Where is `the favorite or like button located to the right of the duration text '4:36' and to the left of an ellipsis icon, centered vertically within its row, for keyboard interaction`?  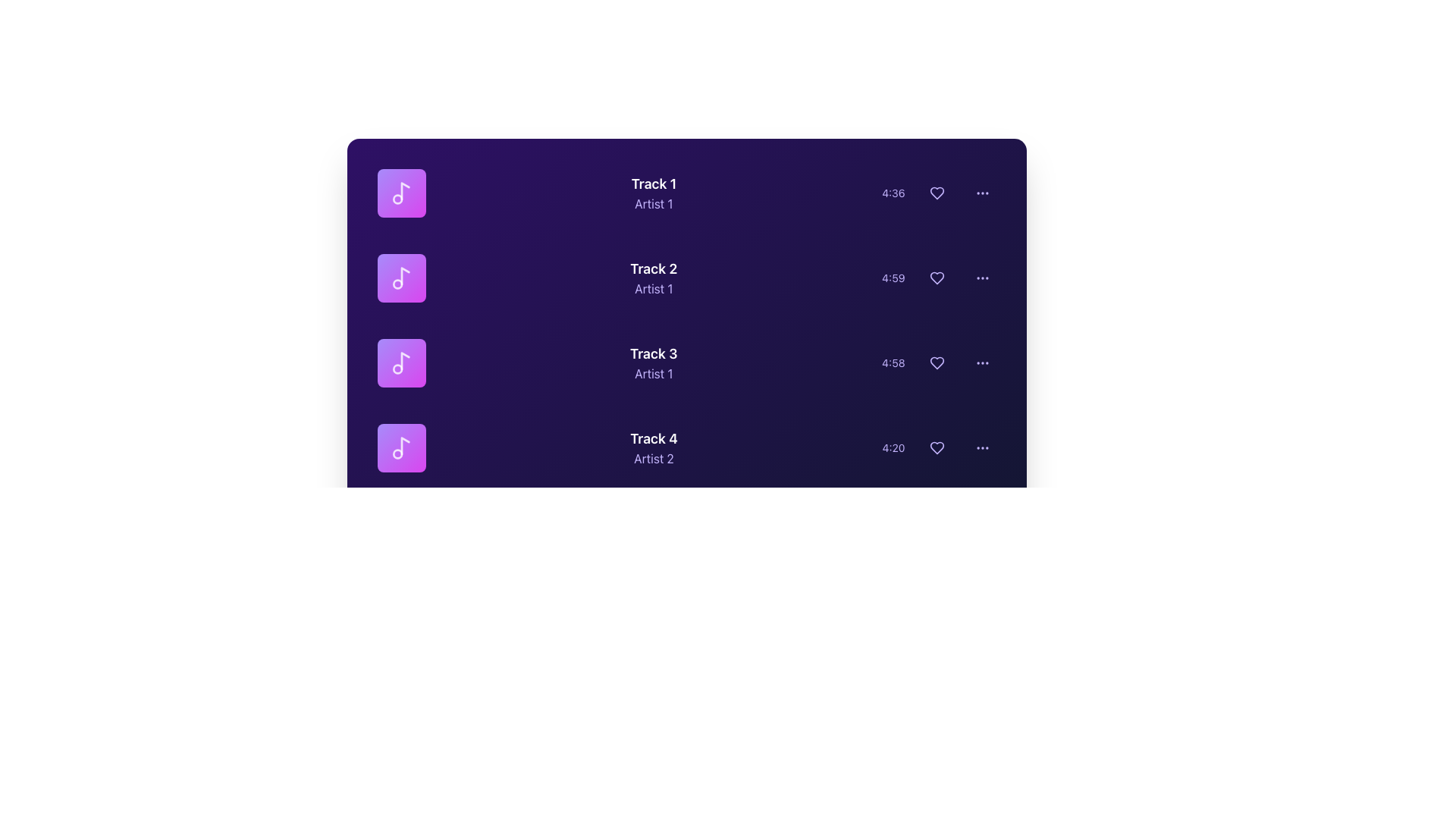
the favorite or like button located to the right of the duration text '4:36' and to the left of an ellipsis icon, centered vertically within its row, for keyboard interaction is located at coordinates (936, 192).